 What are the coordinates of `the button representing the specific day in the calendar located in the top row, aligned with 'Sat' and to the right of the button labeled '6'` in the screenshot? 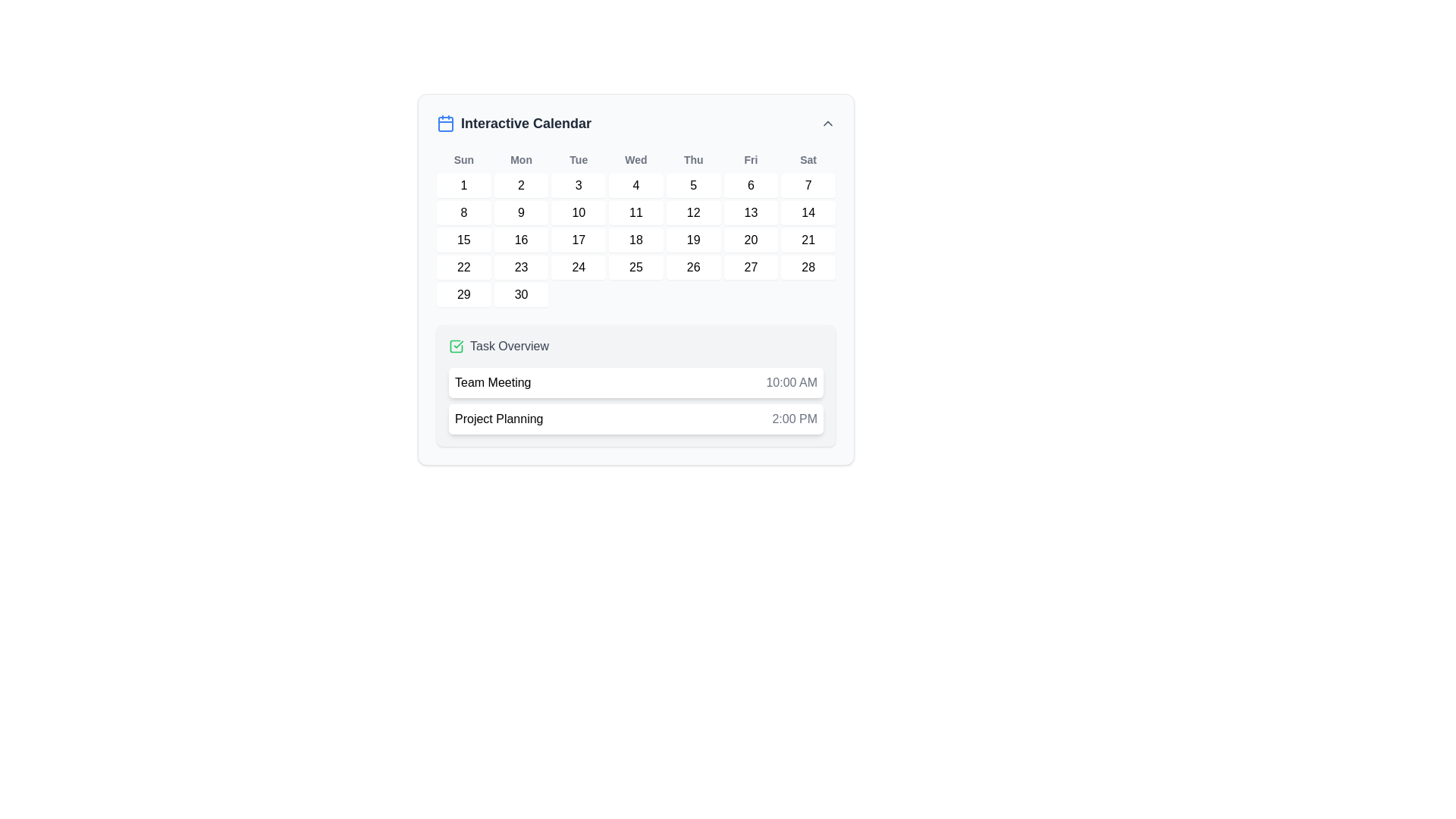 It's located at (808, 185).